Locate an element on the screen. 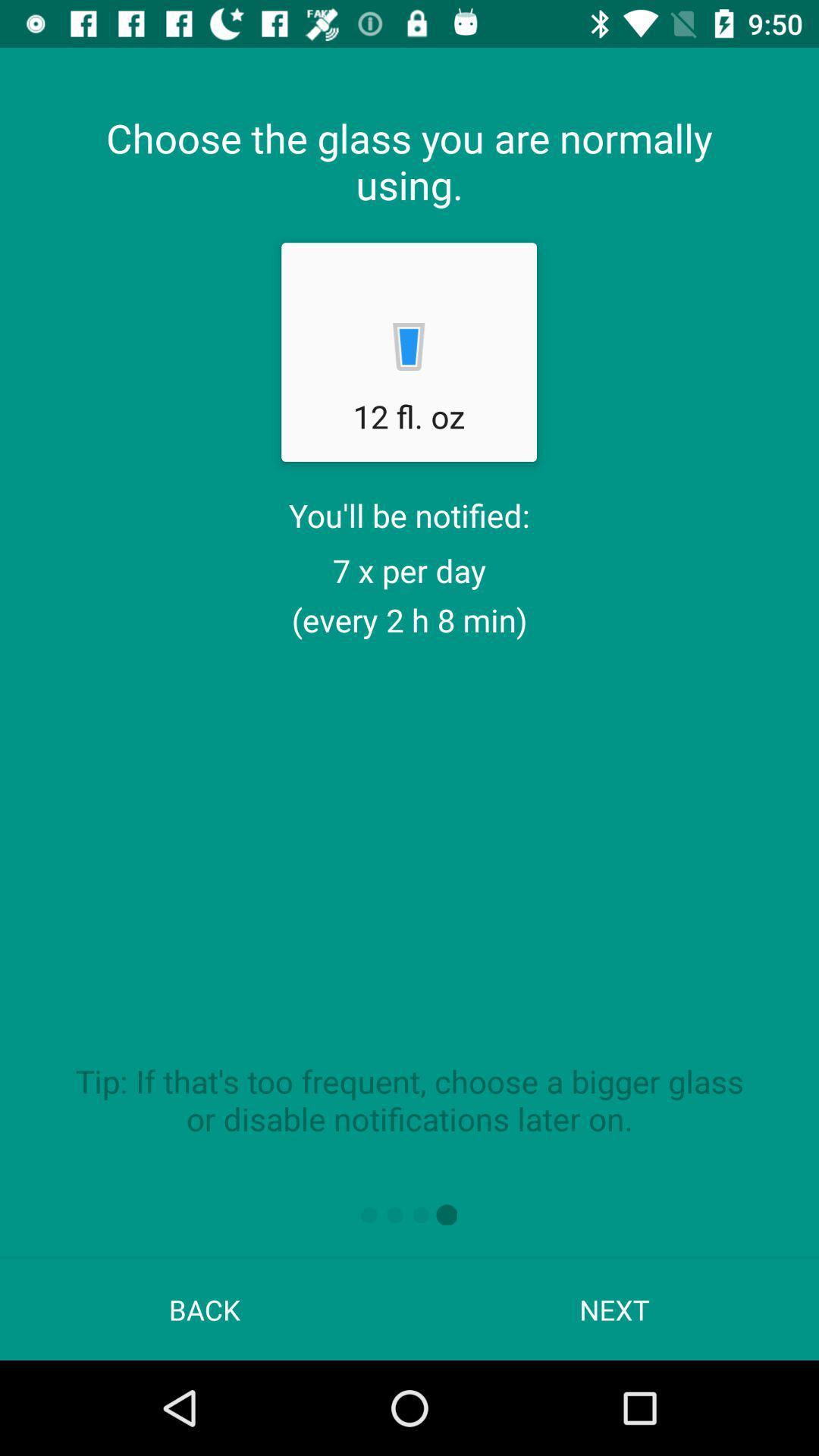  the app next to the next icon is located at coordinates (205, 1309).